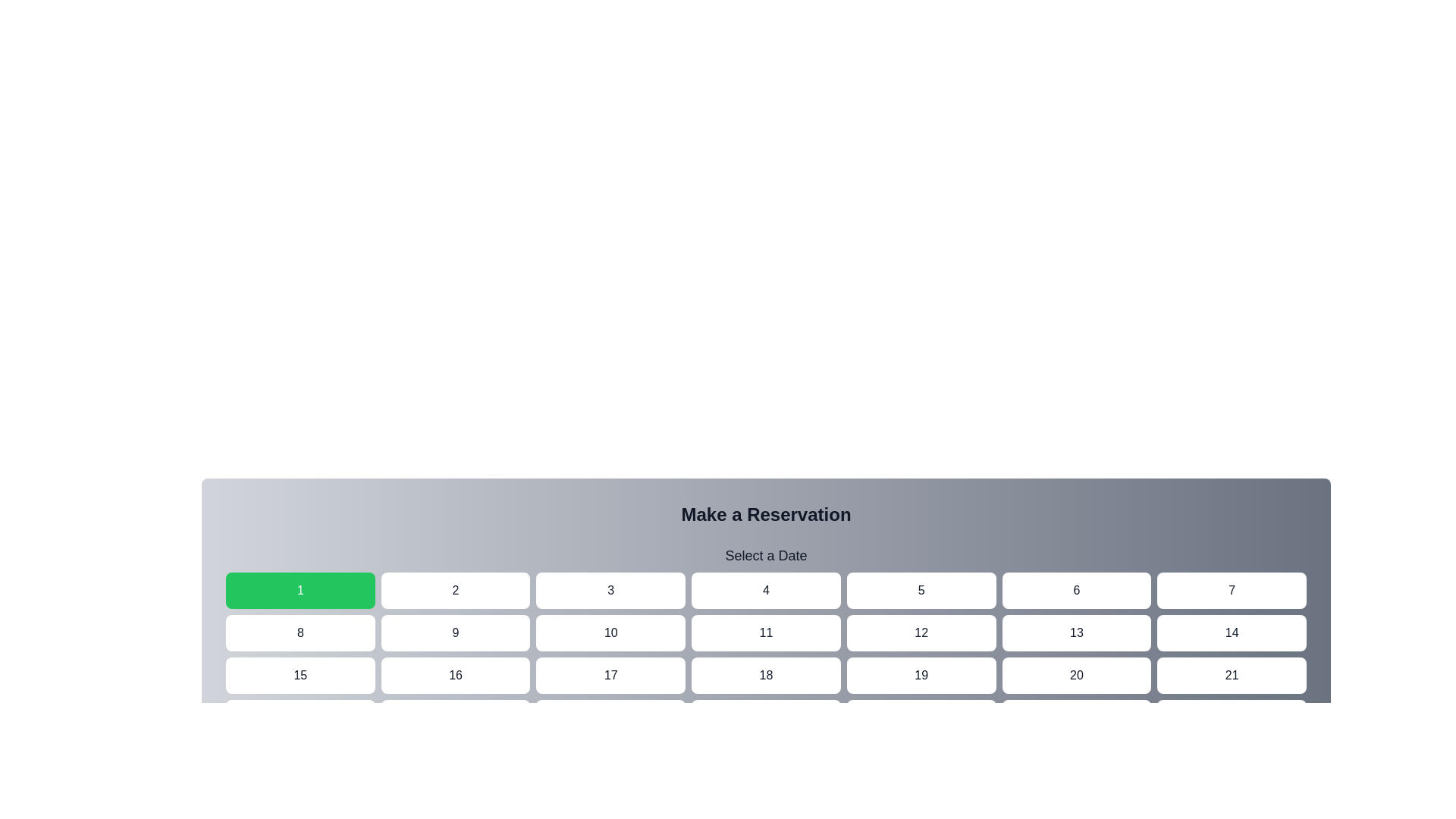 This screenshot has width=1456, height=819. What do you see at coordinates (455, 675) in the screenshot?
I see `the selectable button for the value '16', which is located in the third row and second column of a grid layout, positioned between the buttons labeled '15' and '17'` at bounding box center [455, 675].